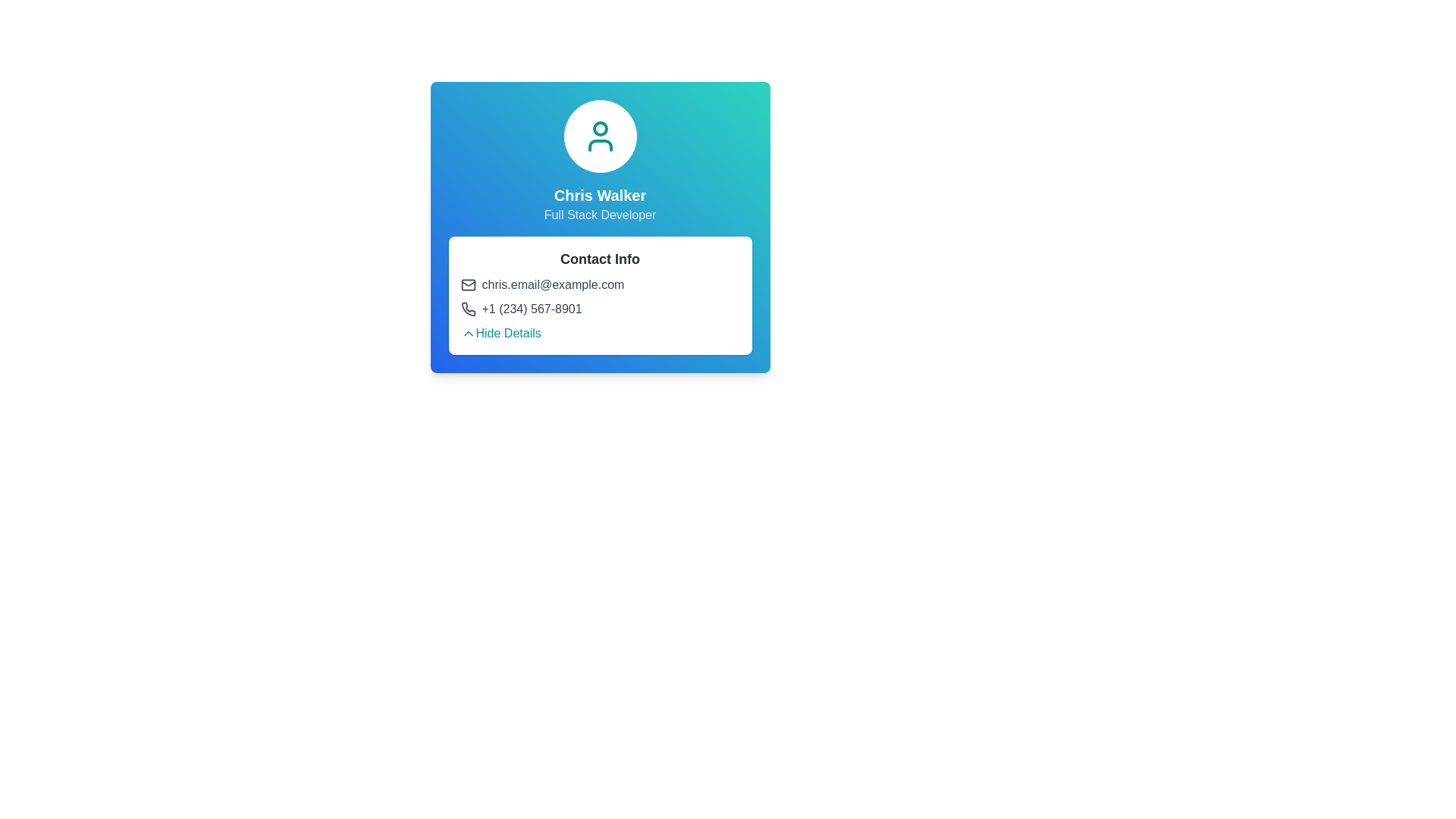  Describe the element at coordinates (599, 195) in the screenshot. I see `the Label/Text Display showing 'Chris Walker' in bold white font, located within a blue gradient panel, positioned below a circular user icon and above the subtitle 'Full Stack Developer'` at that location.